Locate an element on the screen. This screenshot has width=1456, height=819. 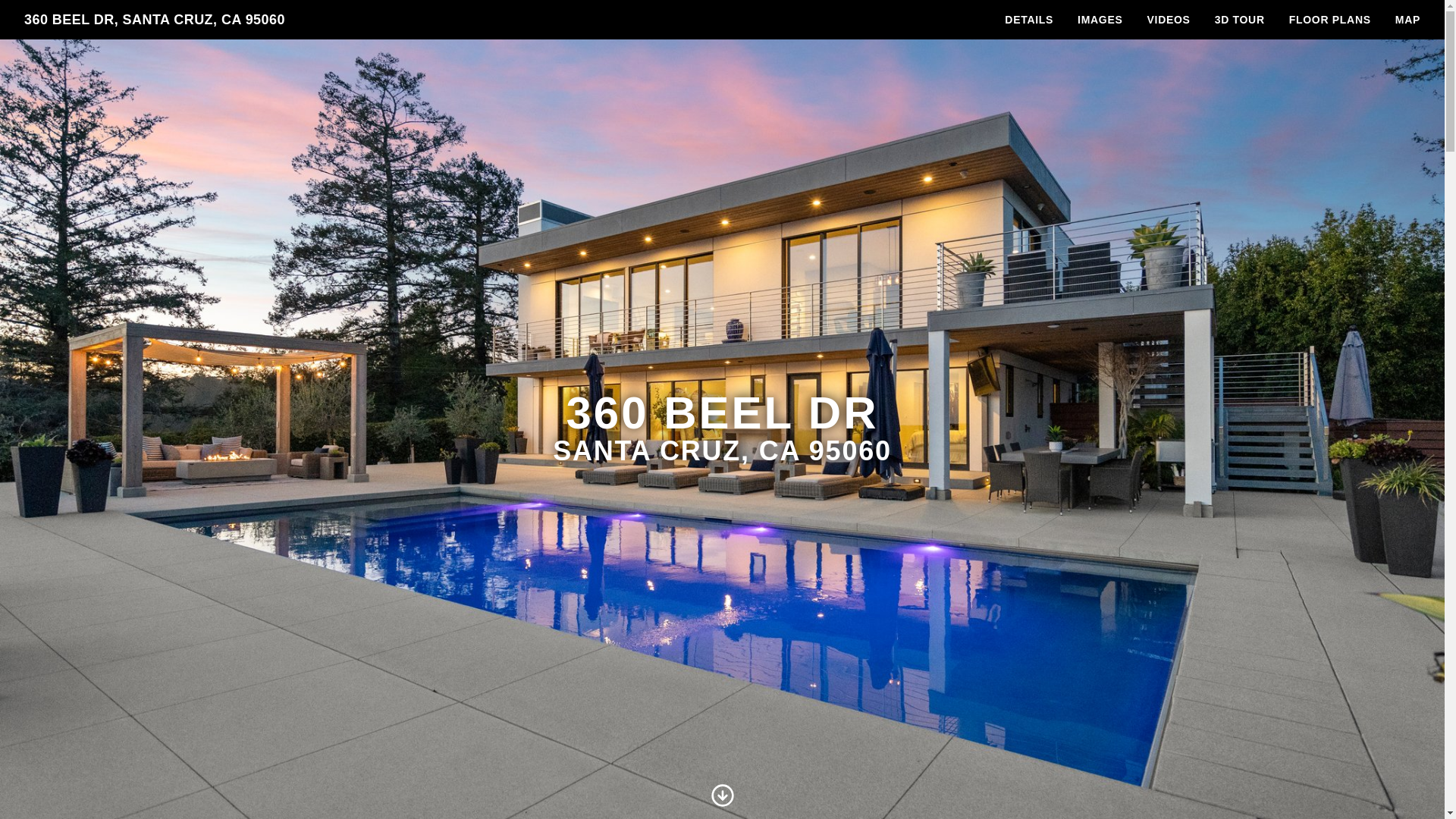
'3D TOUR' is located at coordinates (1201, 20).